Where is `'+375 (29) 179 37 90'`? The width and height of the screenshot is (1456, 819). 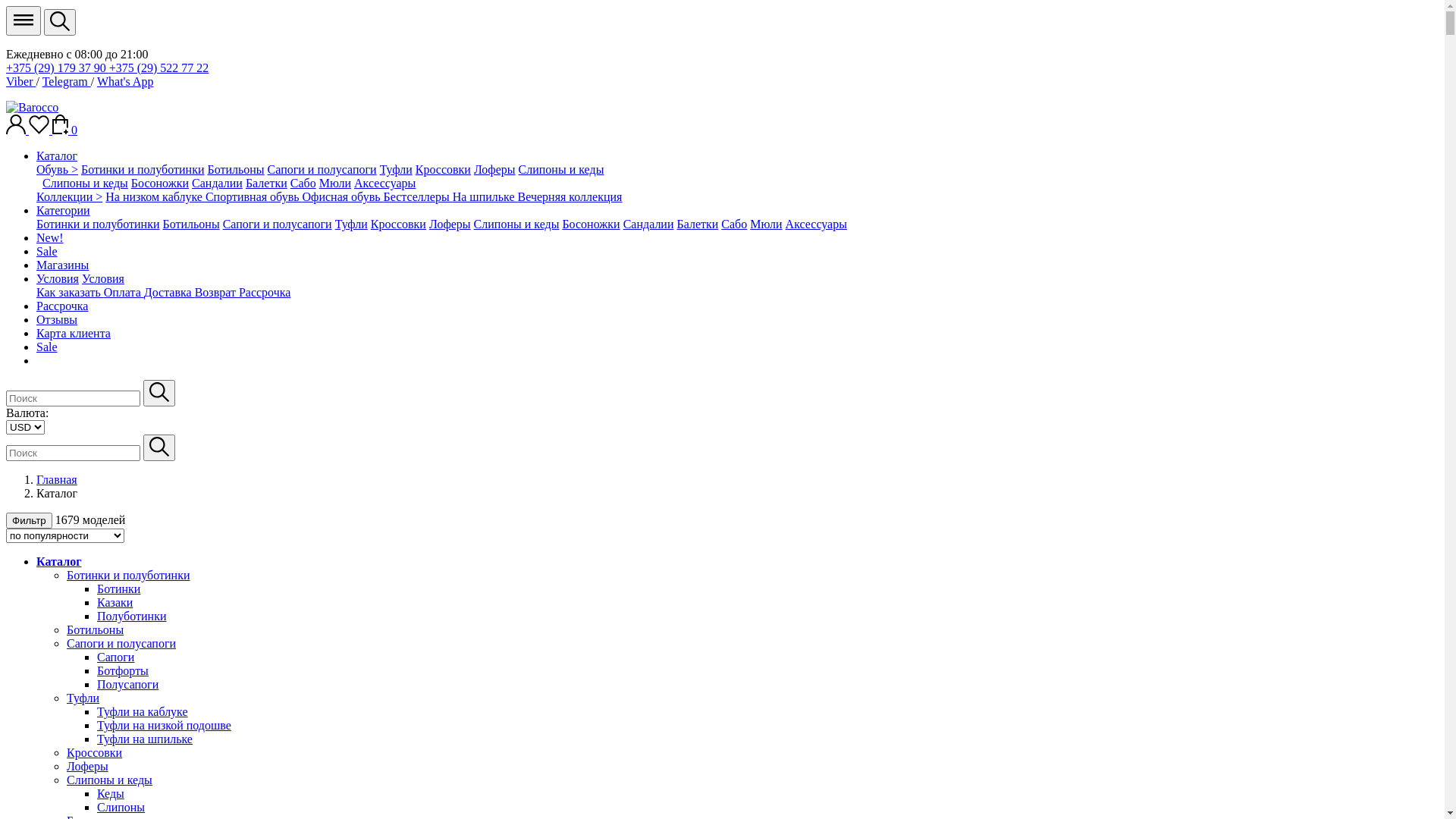
'+375 (29) 179 37 90' is located at coordinates (58, 67).